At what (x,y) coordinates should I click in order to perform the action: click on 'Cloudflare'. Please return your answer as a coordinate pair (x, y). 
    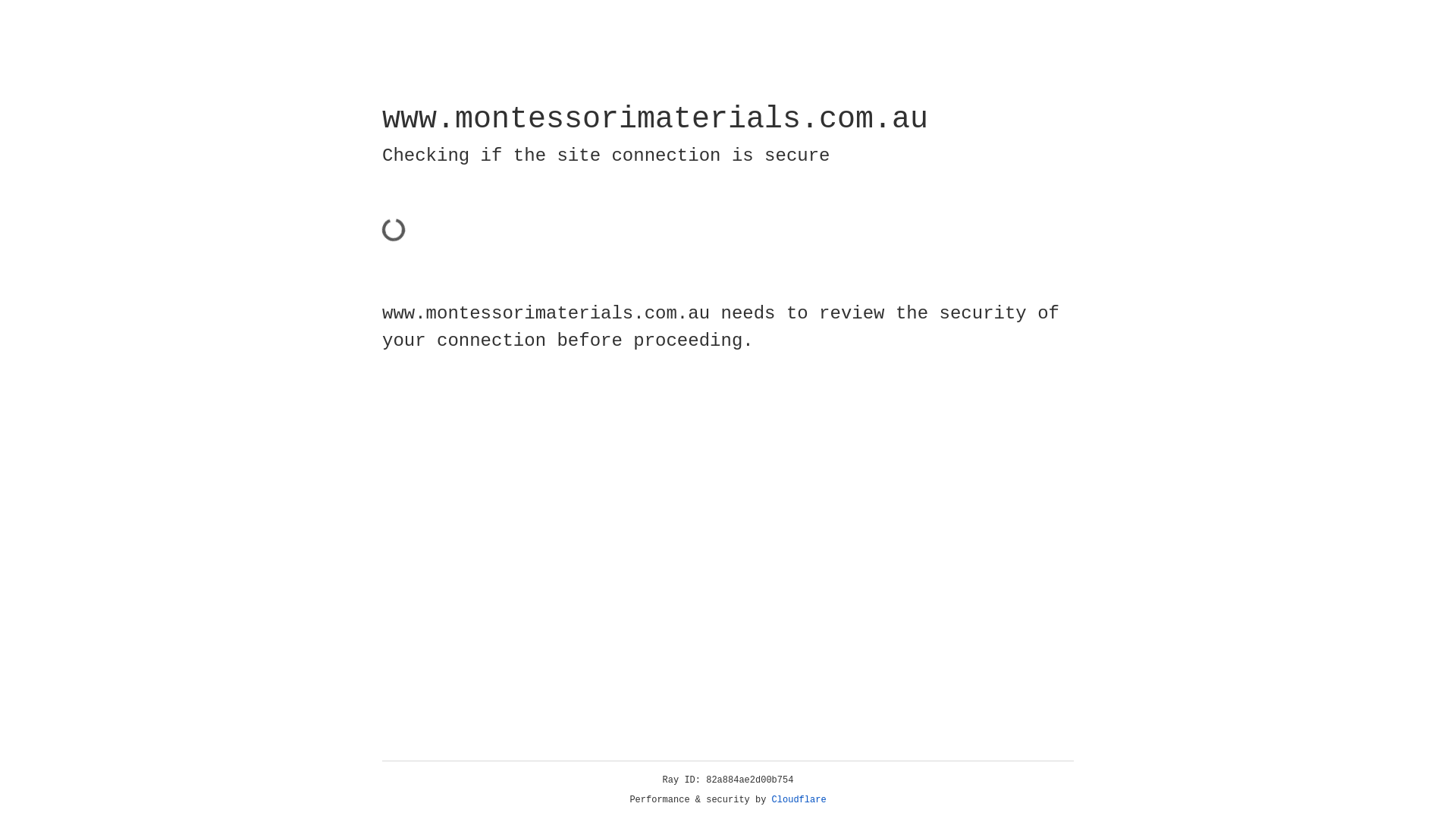
    Looking at the image, I should click on (799, 799).